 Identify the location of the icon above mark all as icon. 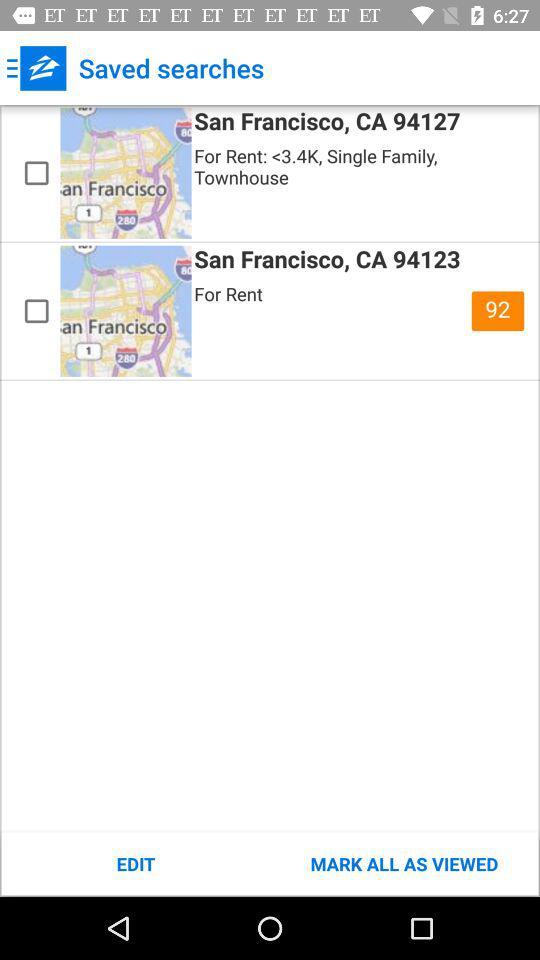
(496, 311).